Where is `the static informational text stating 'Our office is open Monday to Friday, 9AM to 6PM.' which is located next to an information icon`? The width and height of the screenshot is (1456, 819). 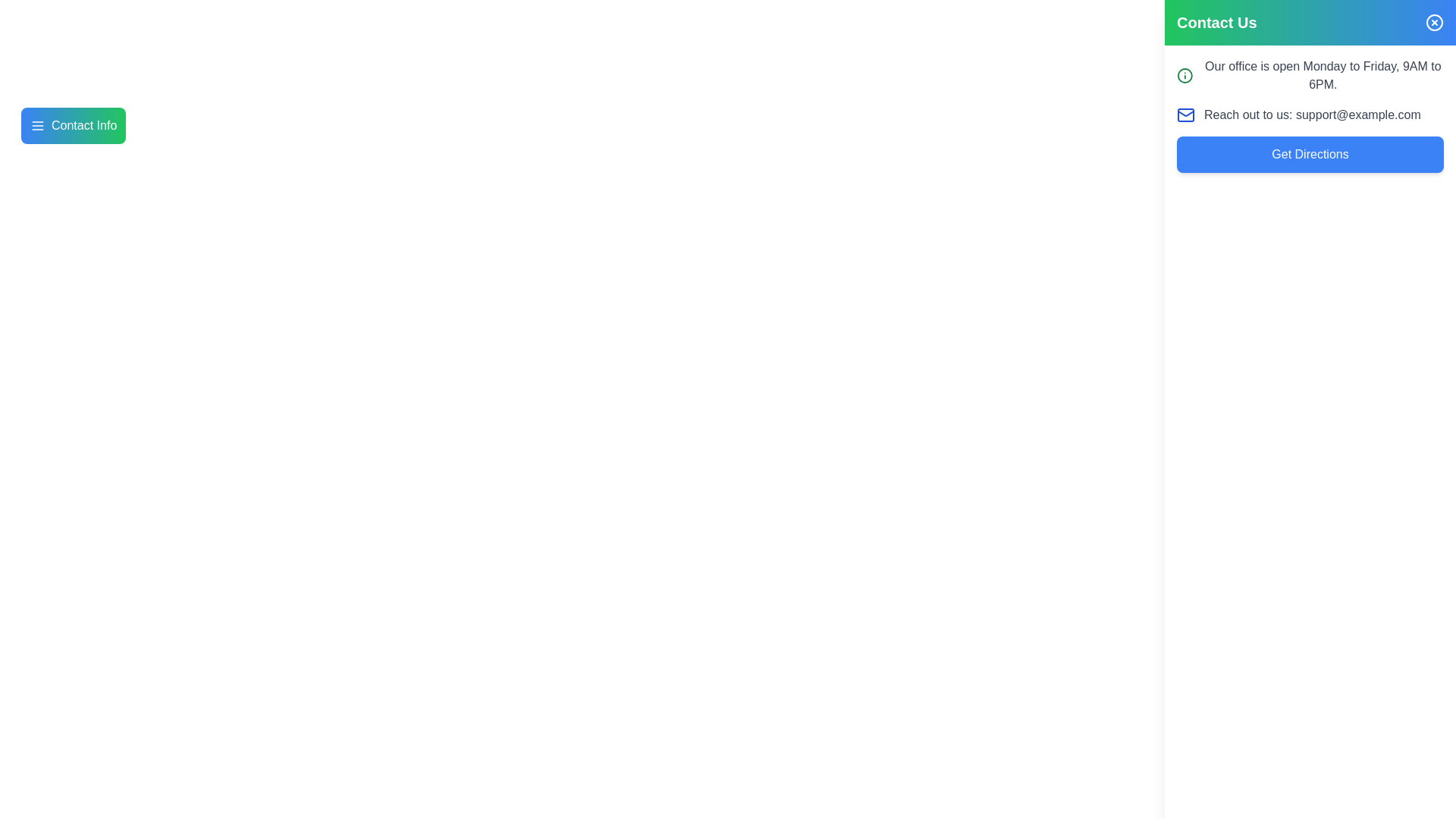 the static informational text stating 'Our office is open Monday to Friday, 9AM to 6PM.' which is located next to an information icon is located at coordinates (1310, 76).